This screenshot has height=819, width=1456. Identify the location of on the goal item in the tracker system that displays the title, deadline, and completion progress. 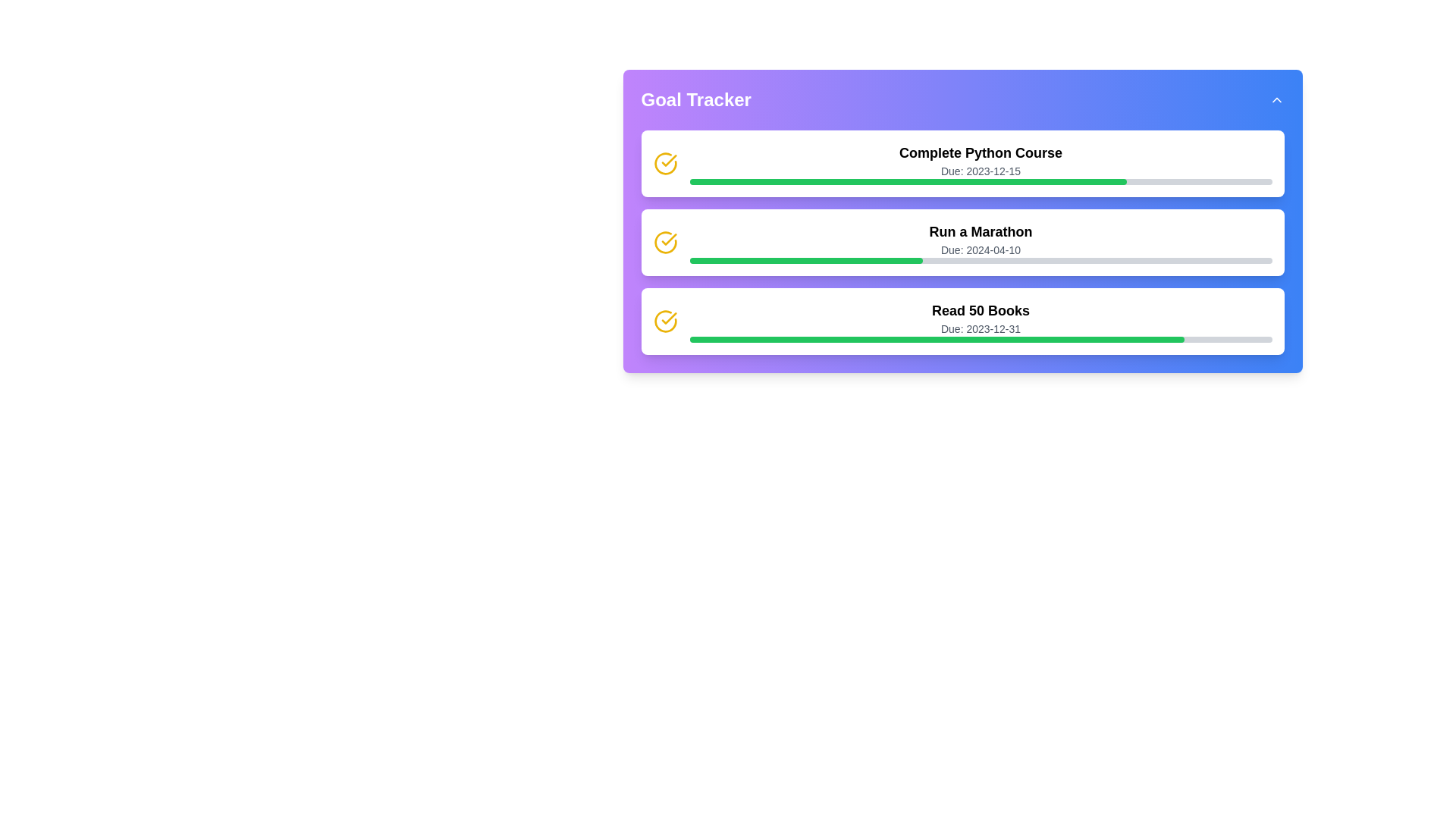
(981, 164).